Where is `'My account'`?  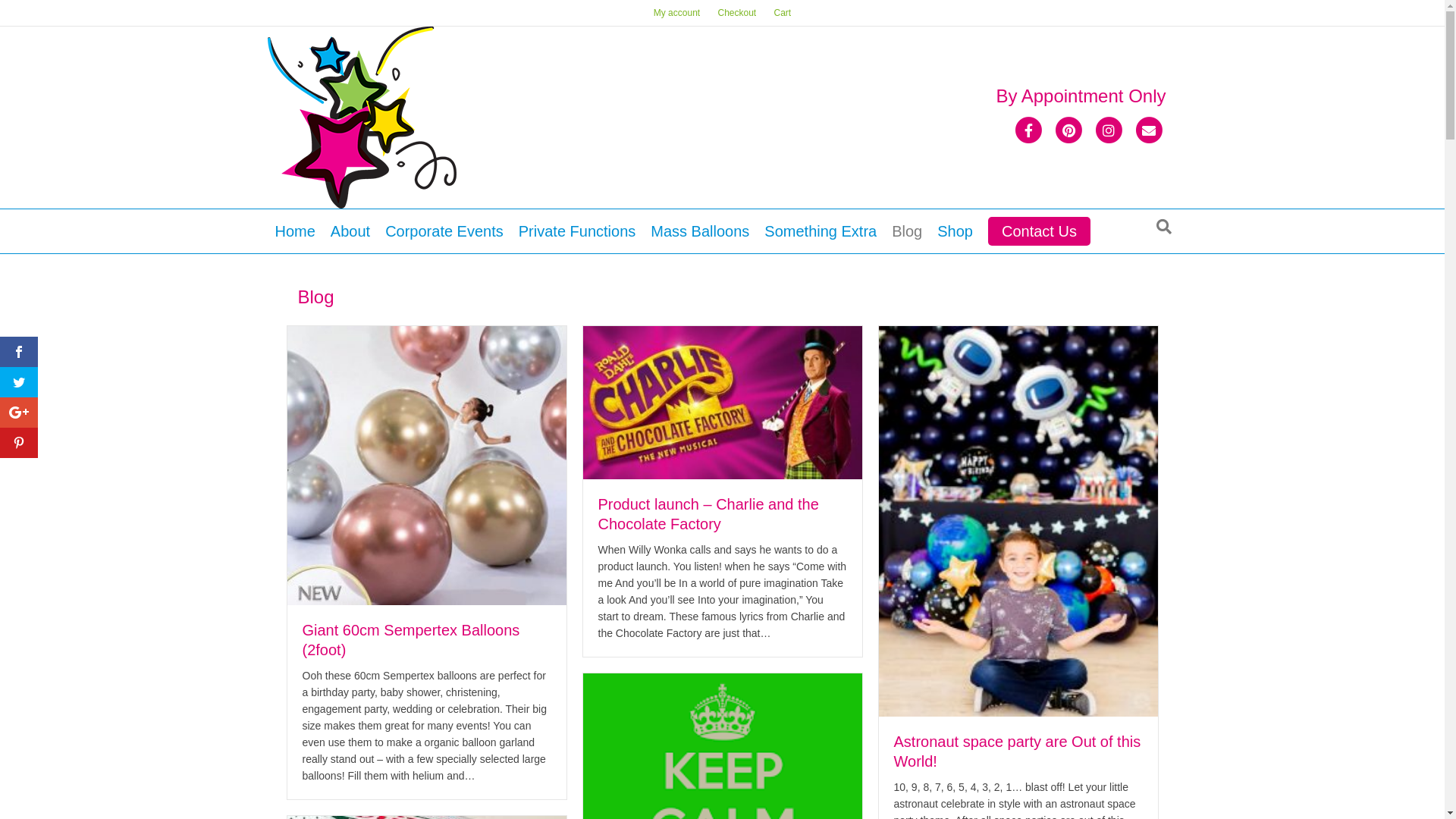 'My account' is located at coordinates (676, 12).